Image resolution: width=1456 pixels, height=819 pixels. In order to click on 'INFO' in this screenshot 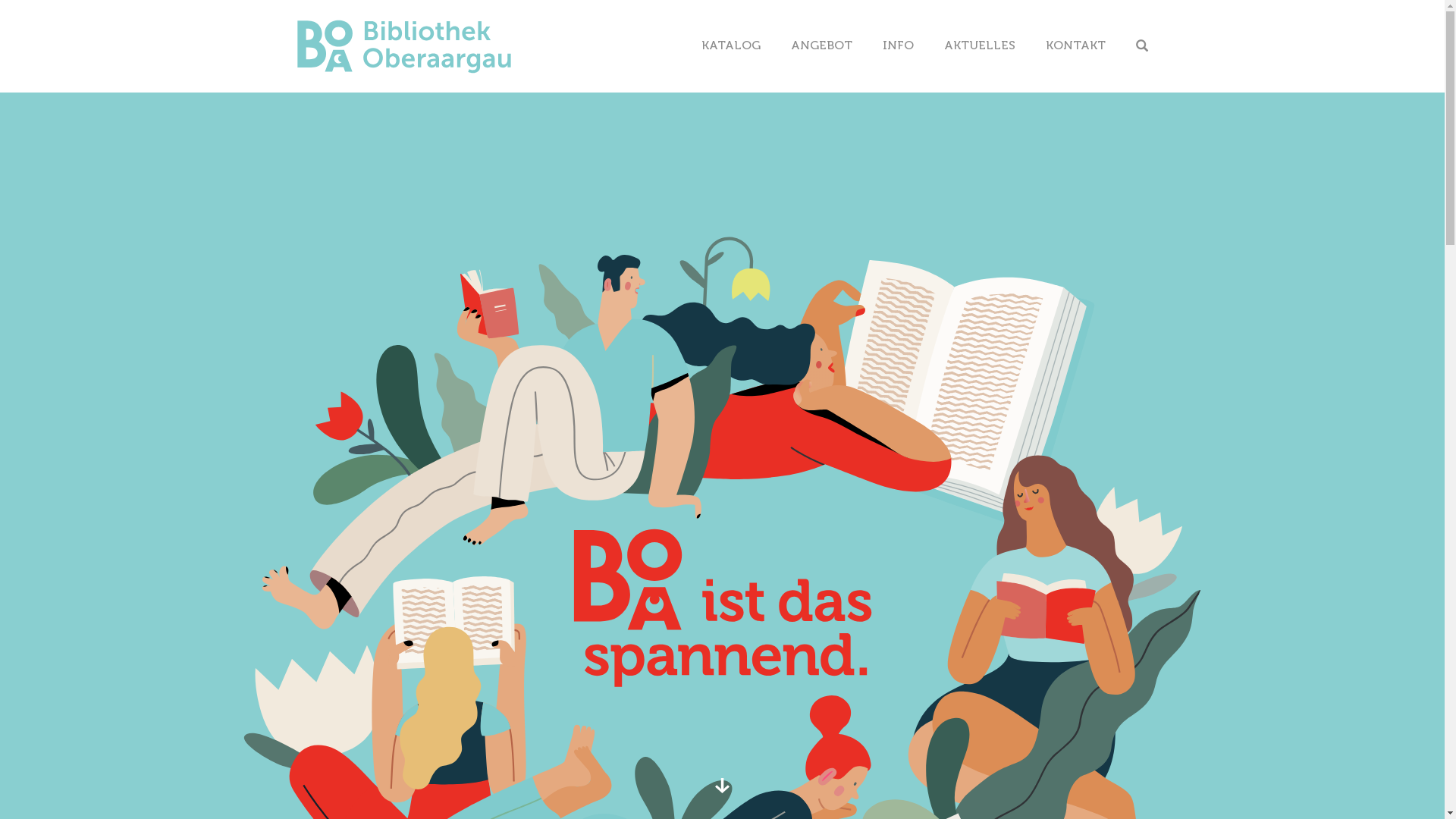, I will do `click(898, 45)`.